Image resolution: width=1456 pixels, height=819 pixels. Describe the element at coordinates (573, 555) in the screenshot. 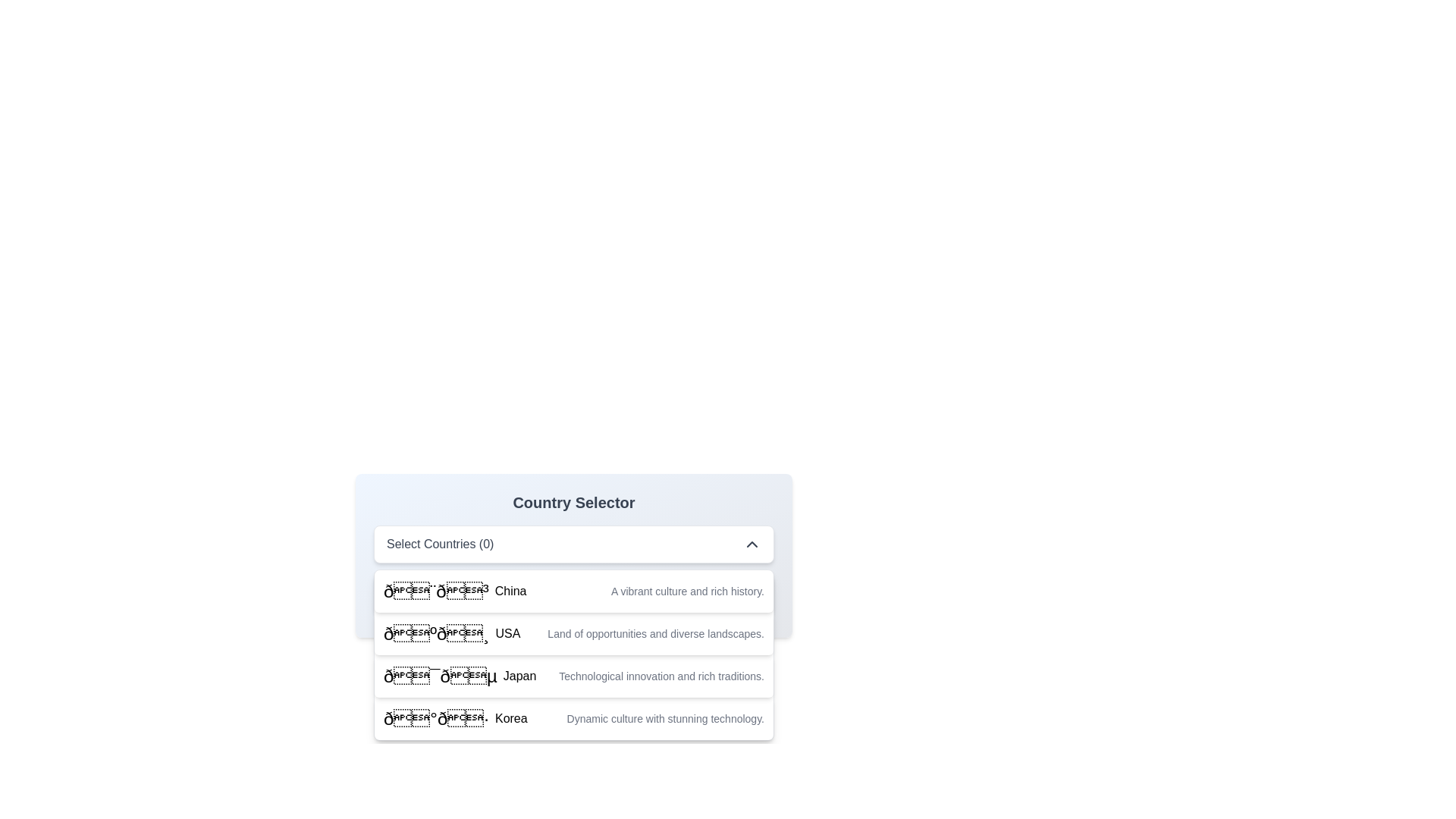

I see `the 'Select Countries (0)' dropdown menu header, which is embedded in the 'Country Selector' card and features a chevron icon for dropdown functionality` at that location.